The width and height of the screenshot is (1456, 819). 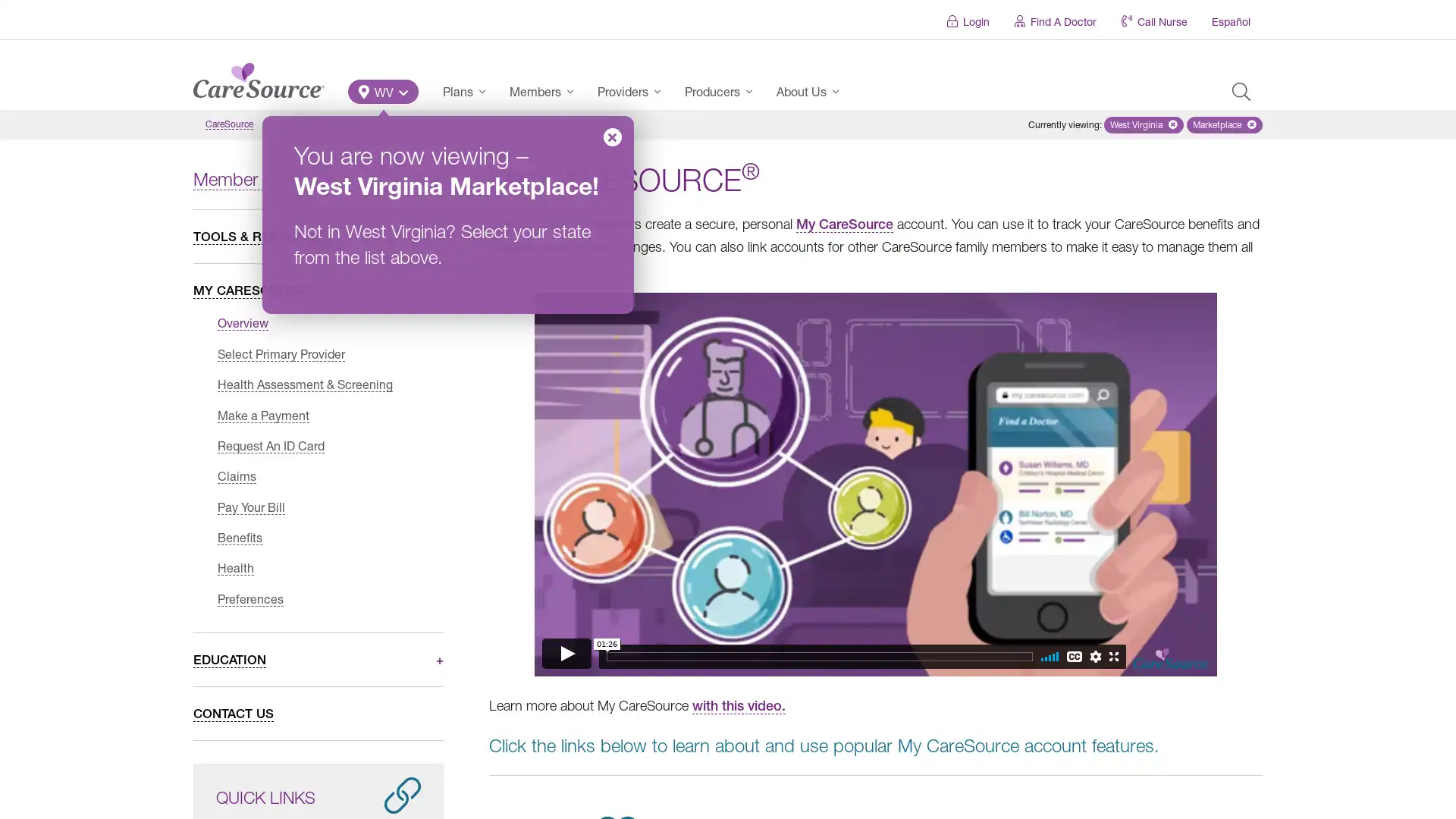 I want to click on Remove selected plan 'Marketplace', so click(x=1224, y=124).